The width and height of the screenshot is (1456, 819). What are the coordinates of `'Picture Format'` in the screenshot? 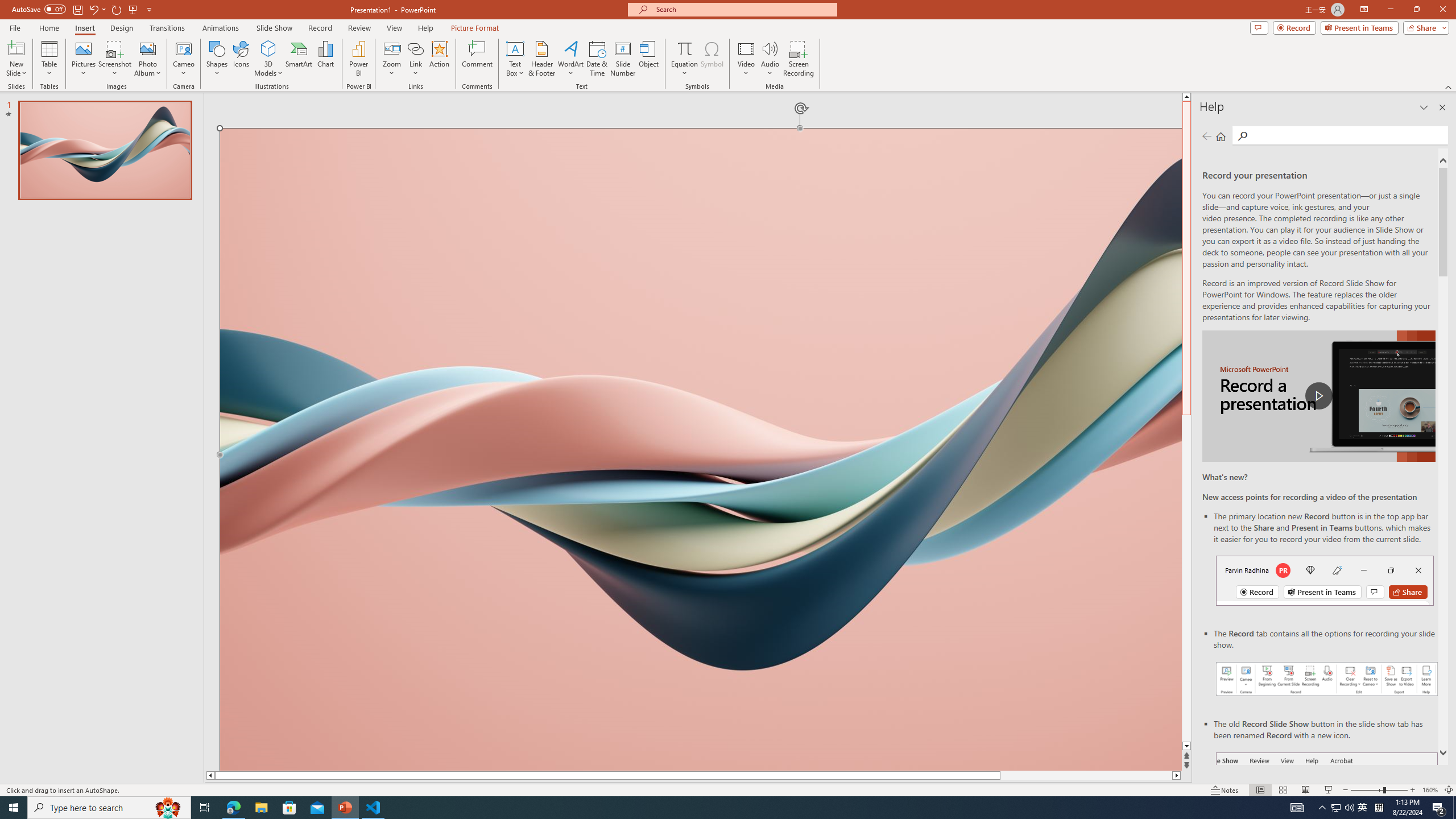 It's located at (475, 28).